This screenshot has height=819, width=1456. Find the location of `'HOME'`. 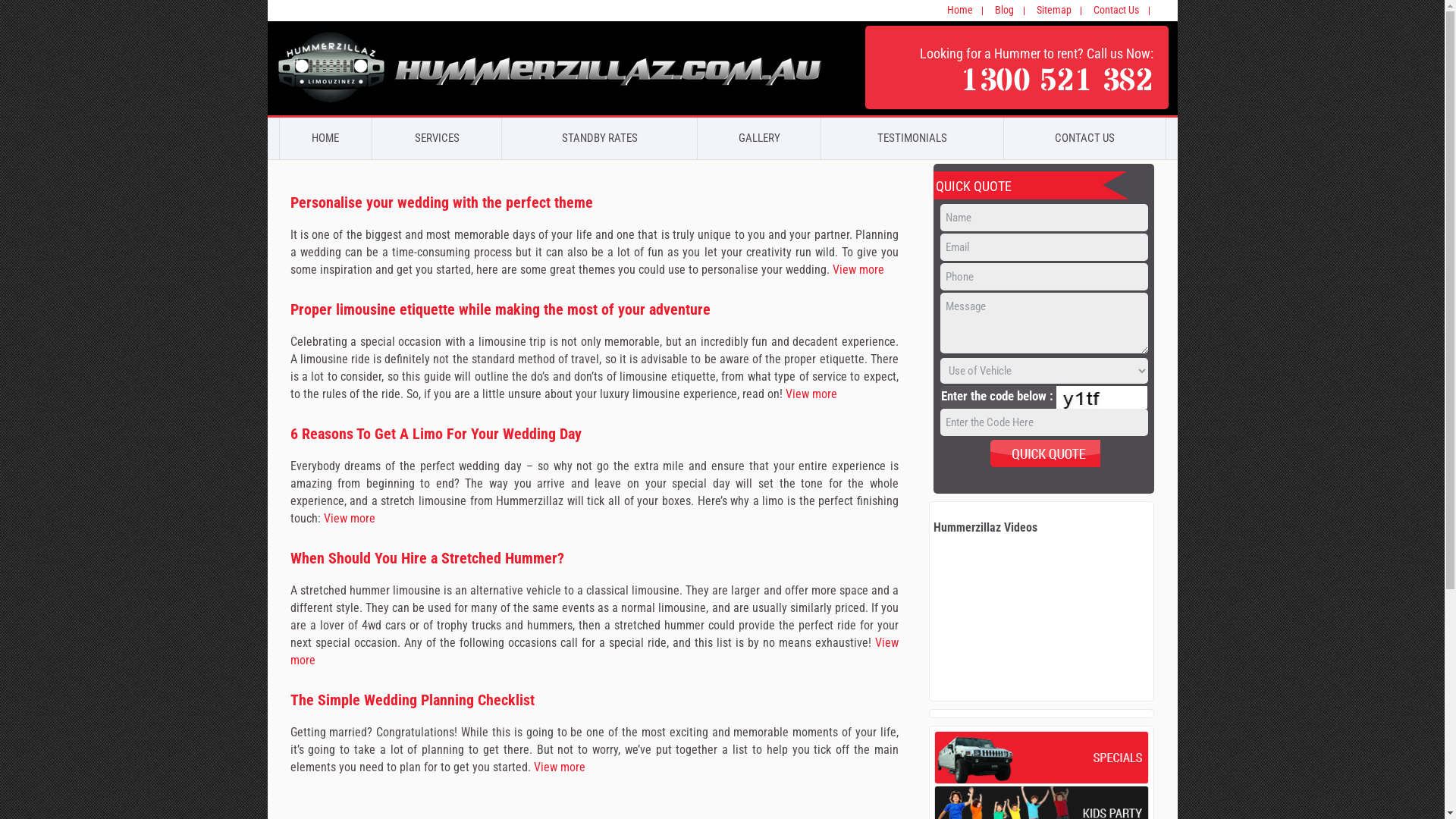

'HOME' is located at coordinates (324, 138).